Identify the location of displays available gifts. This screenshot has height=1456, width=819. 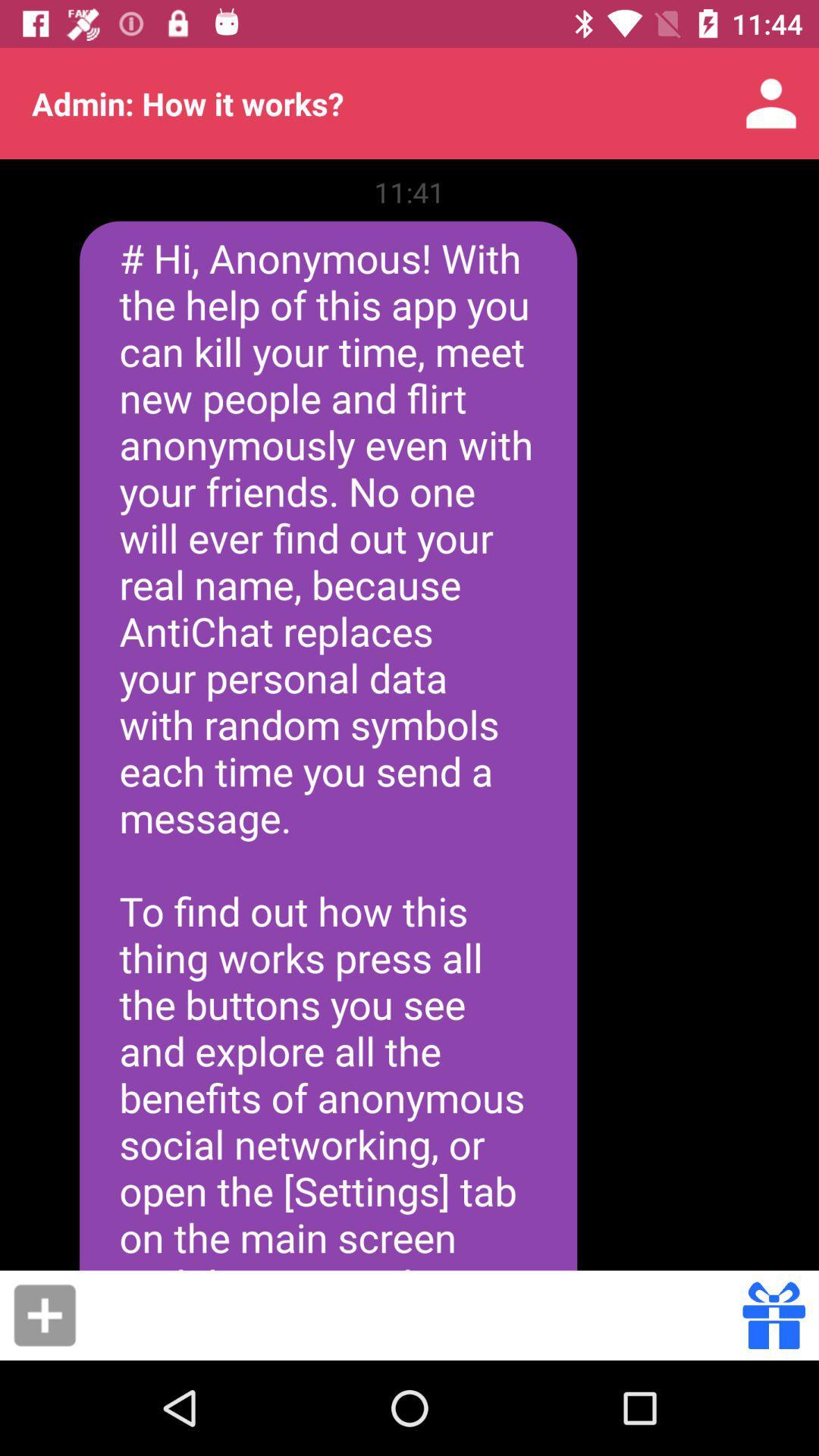
(773, 1314).